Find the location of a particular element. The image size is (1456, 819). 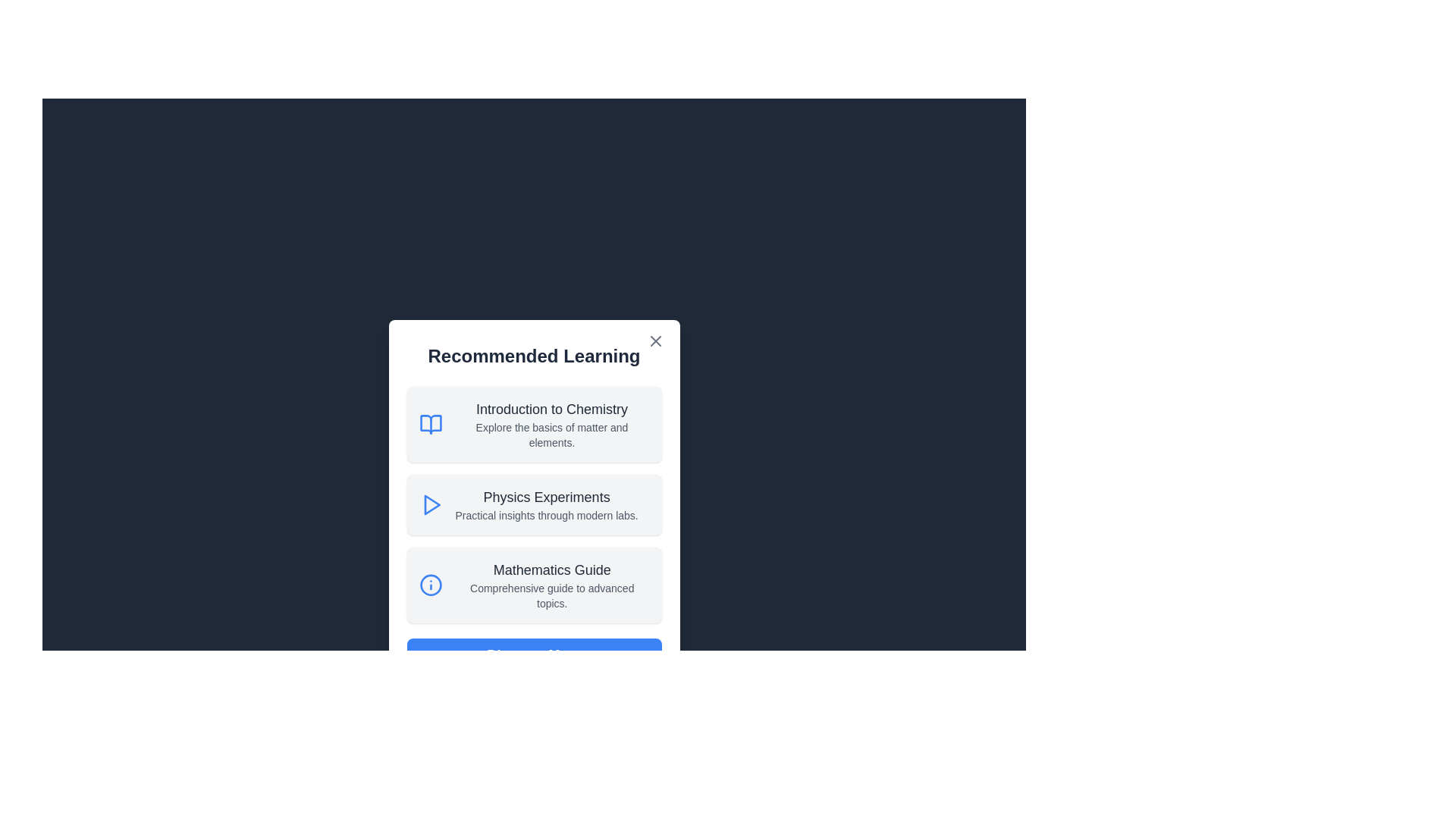

the text block styled in small, gray-colored font that contains the string 'Comprehensive guide to advanced topics.' located beneath the title 'Mathematics Guide' is located at coordinates (551, 595).